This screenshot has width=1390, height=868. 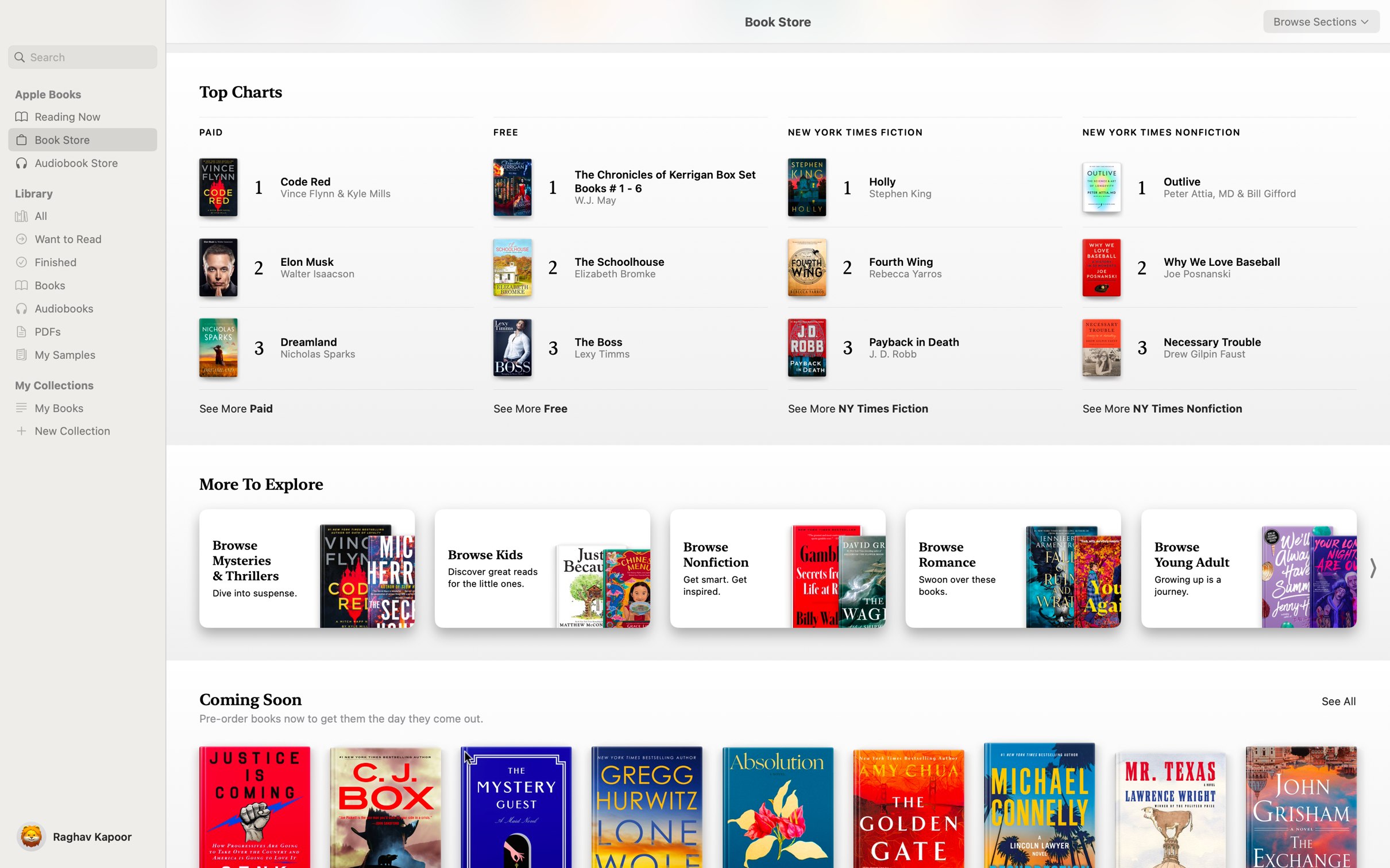 I want to click on the Sci-fi category using the browse dropdown menu in the top right, so click(x=1321, y=21).